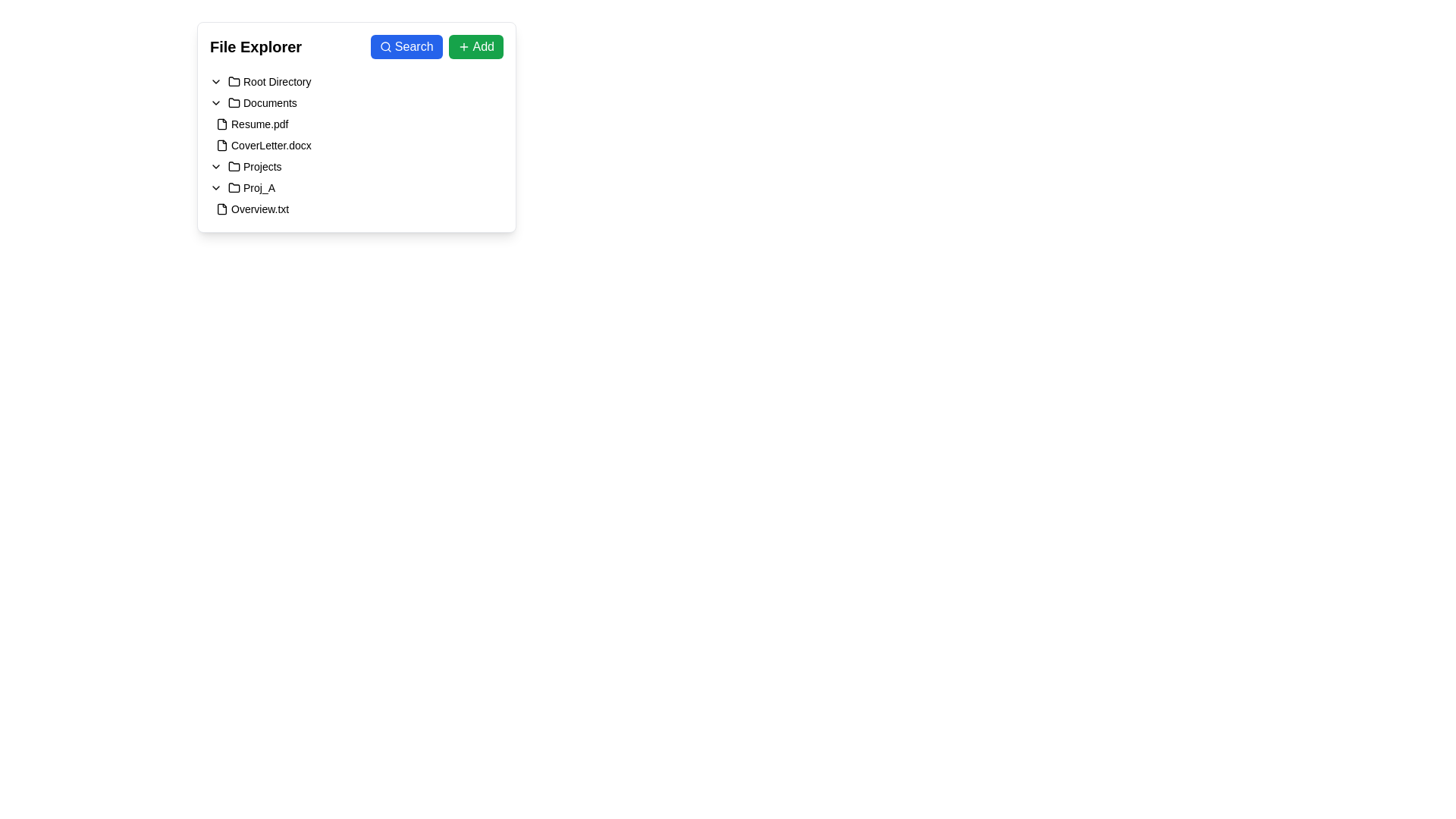 Image resolution: width=1456 pixels, height=819 pixels. What do you see at coordinates (221, 209) in the screenshot?
I see `the icon representing the file 'Overview.txt' located in the 'Proj_A' folder` at bounding box center [221, 209].